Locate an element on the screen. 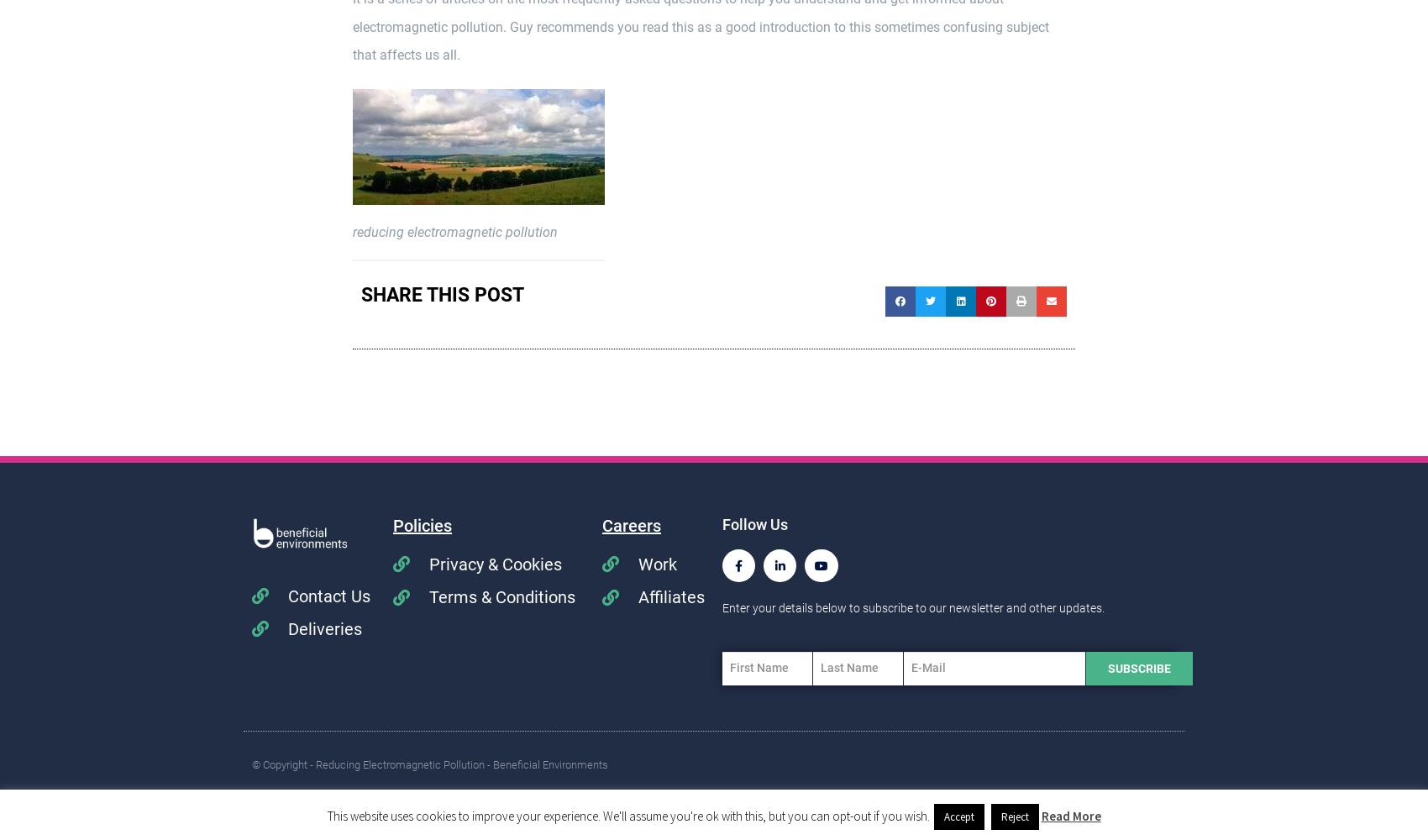  'reducing electromagnetic pollution' is located at coordinates (454, 231).